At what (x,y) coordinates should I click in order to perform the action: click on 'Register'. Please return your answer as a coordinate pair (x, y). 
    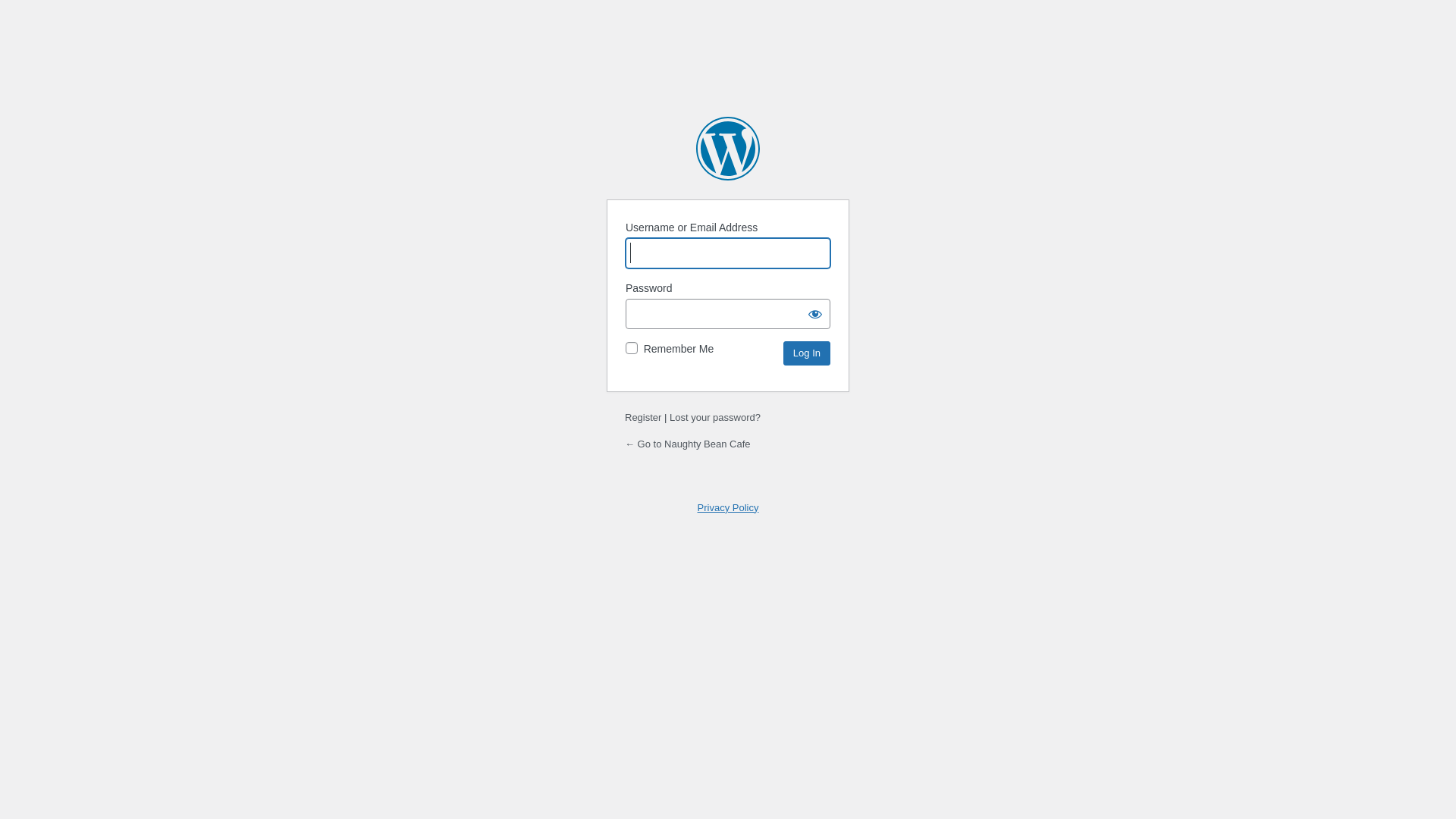
    Looking at the image, I should click on (625, 417).